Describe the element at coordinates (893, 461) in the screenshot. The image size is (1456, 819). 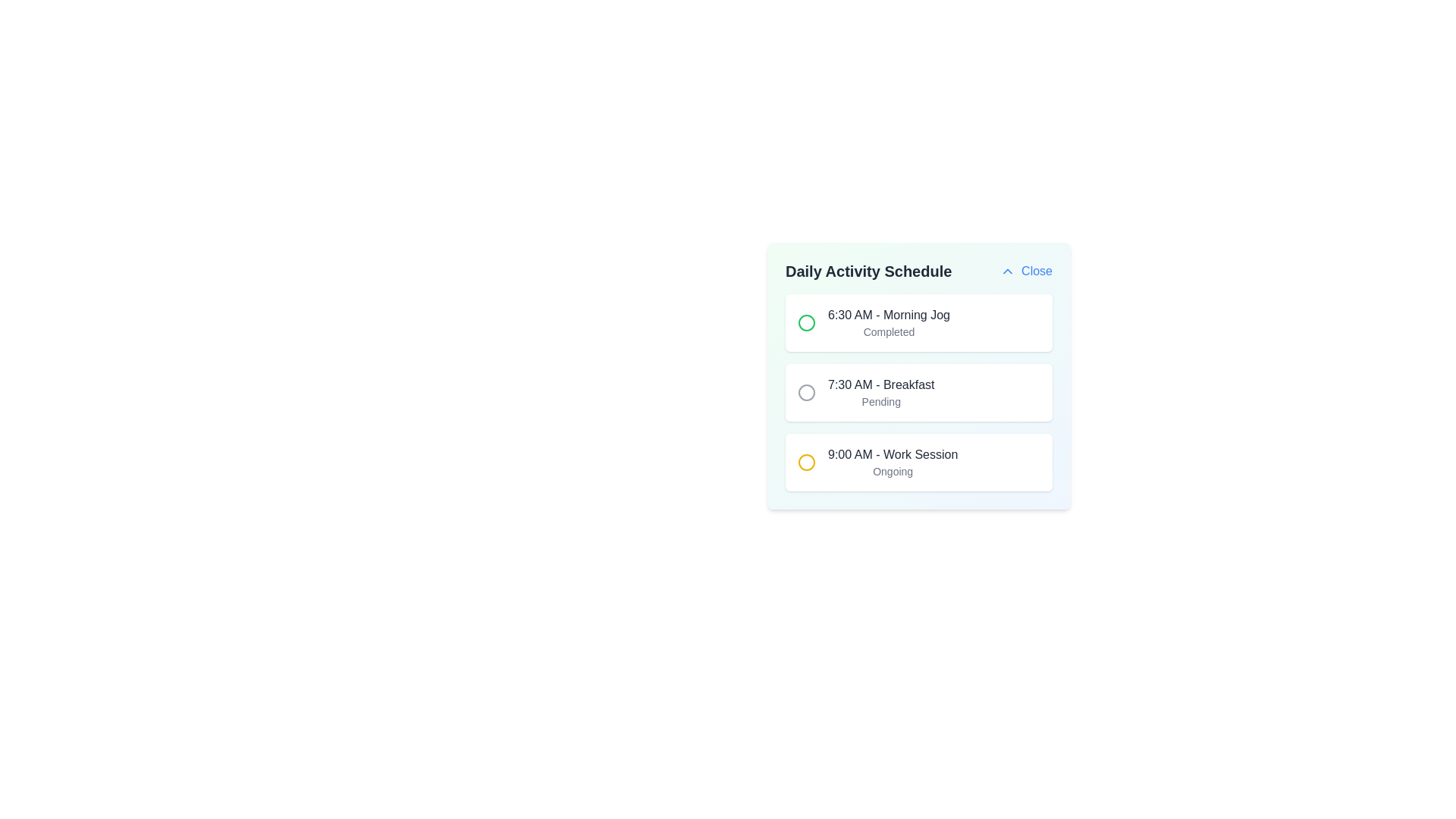
I see `text of the Information Label representing the scheduled event 'Work Session' with start time '9:00 AM' and status 'Ongoing', located in the 'Daily Activity Schedule' section as the third item in the list` at that location.